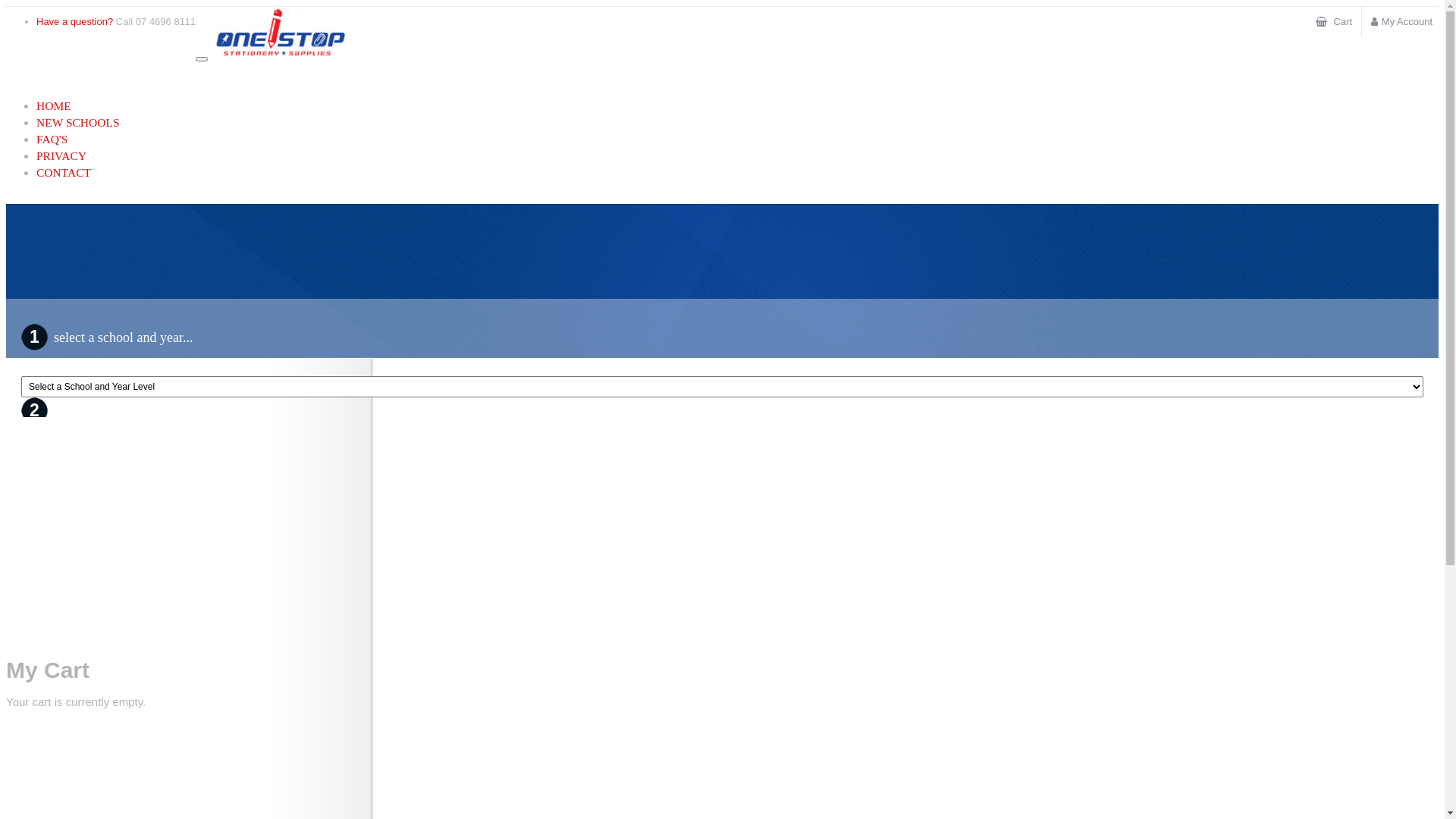 This screenshot has width=1456, height=819. What do you see at coordinates (1401, 22) in the screenshot?
I see `'My Account'` at bounding box center [1401, 22].